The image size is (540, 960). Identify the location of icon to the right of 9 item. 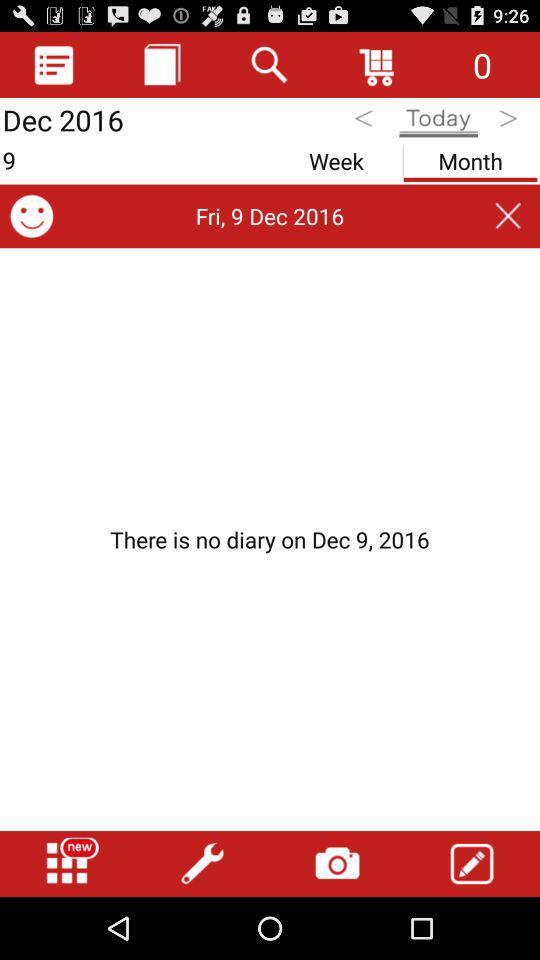
(336, 156).